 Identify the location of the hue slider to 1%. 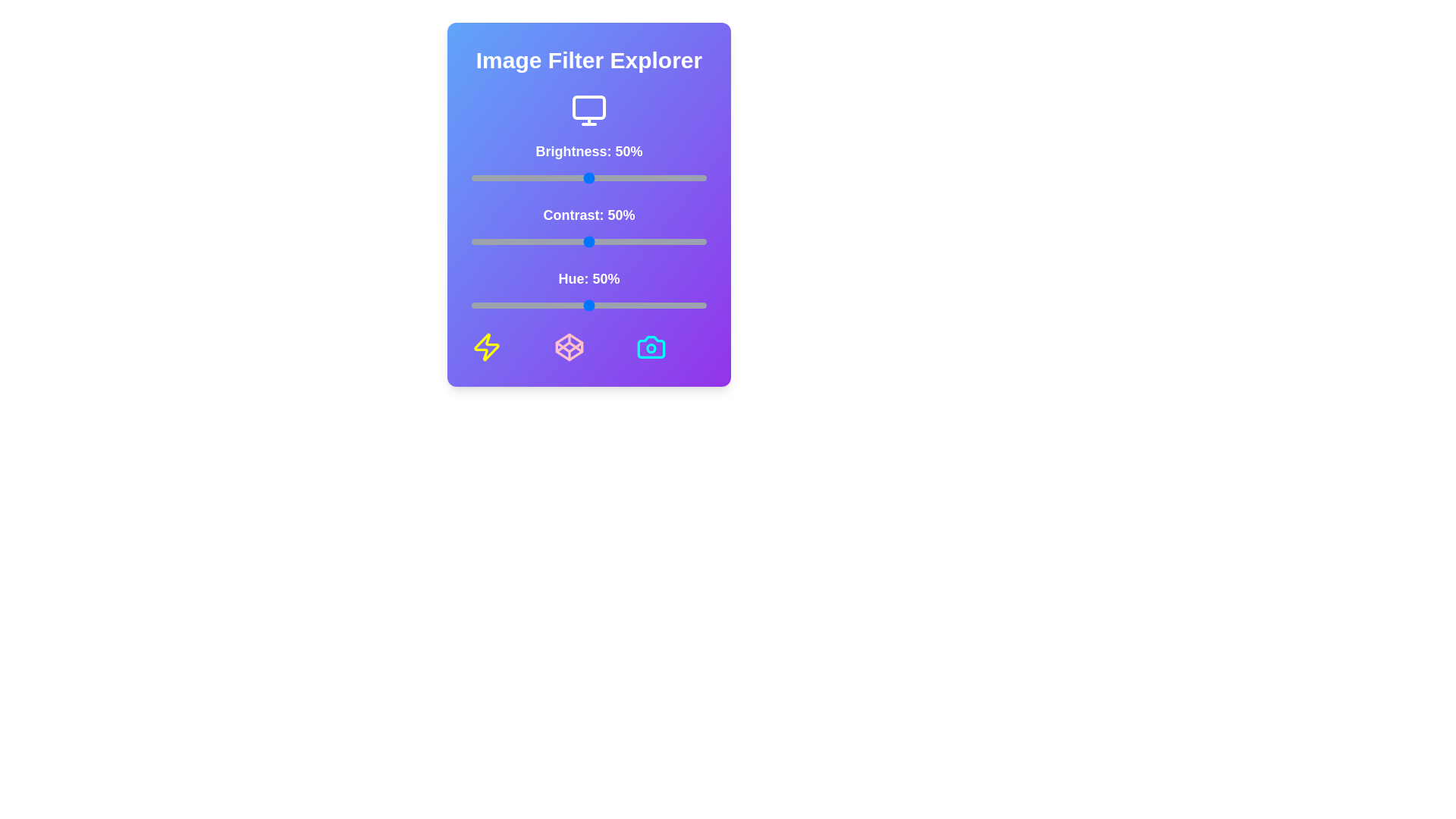
(473, 305).